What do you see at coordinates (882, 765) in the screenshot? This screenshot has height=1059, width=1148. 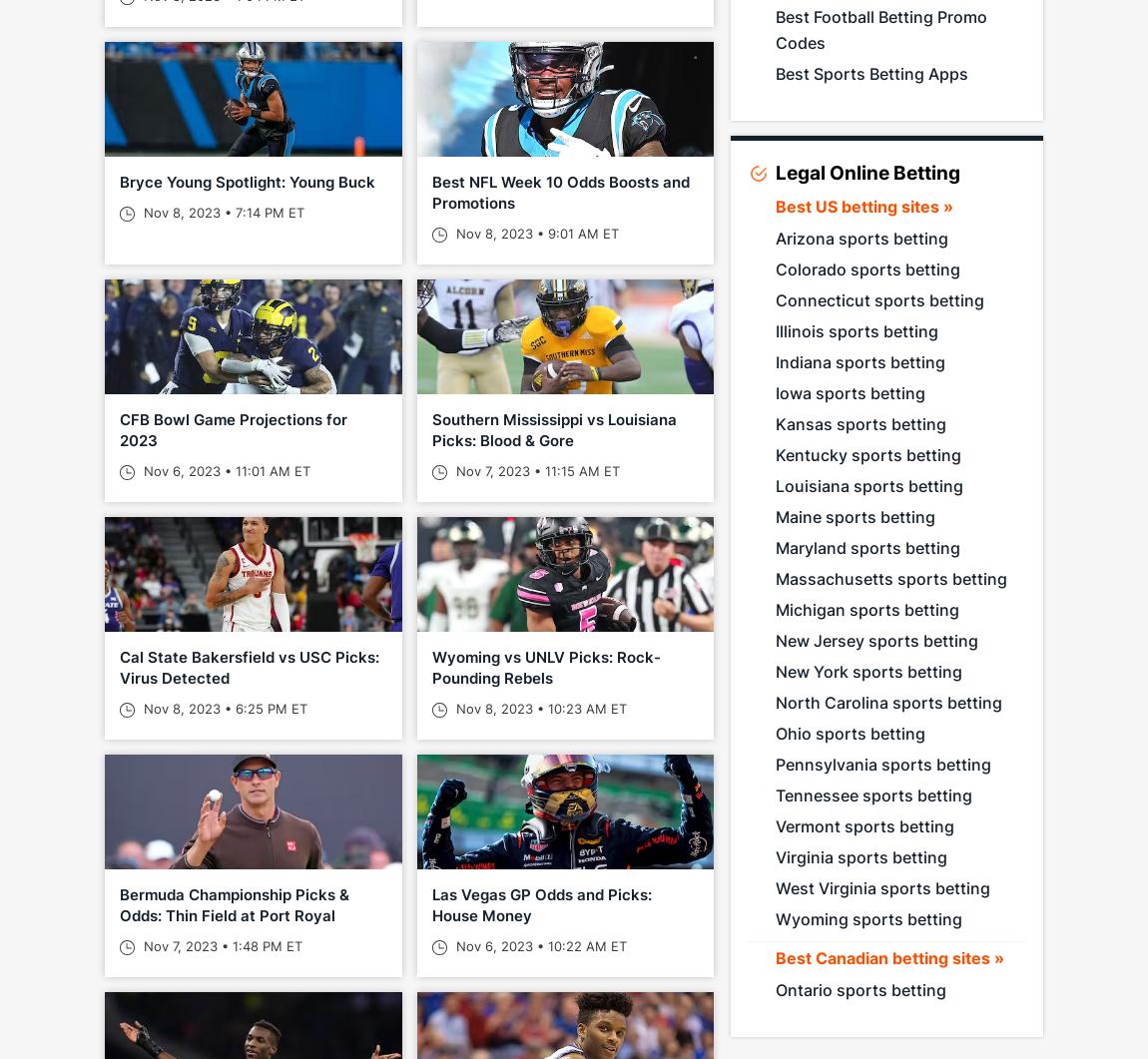 I see `'Pennsylvania sports betting'` at bounding box center [882, 765].